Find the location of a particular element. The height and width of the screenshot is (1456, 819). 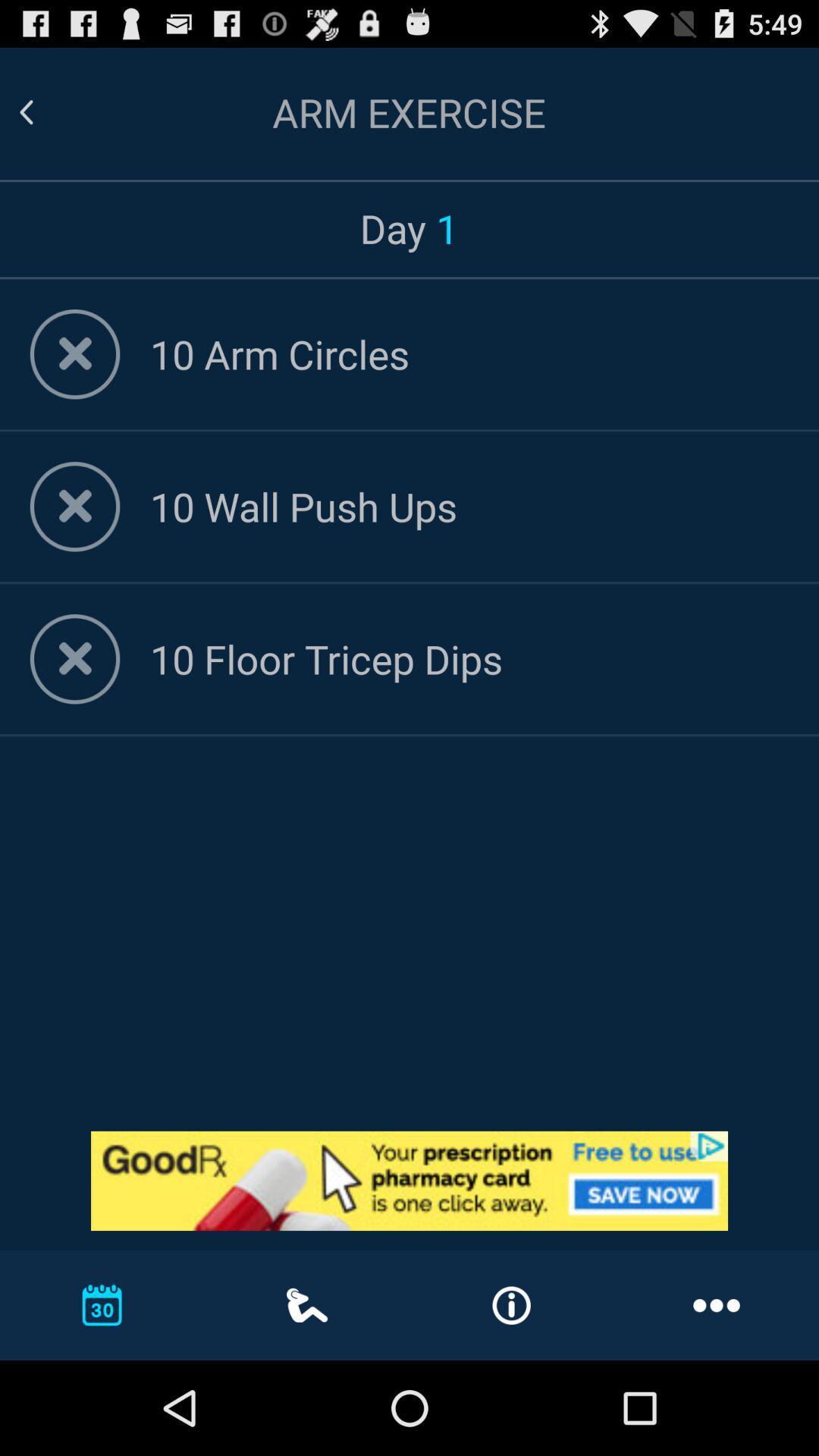

advertisement website is located at coordinates (409, 1180).